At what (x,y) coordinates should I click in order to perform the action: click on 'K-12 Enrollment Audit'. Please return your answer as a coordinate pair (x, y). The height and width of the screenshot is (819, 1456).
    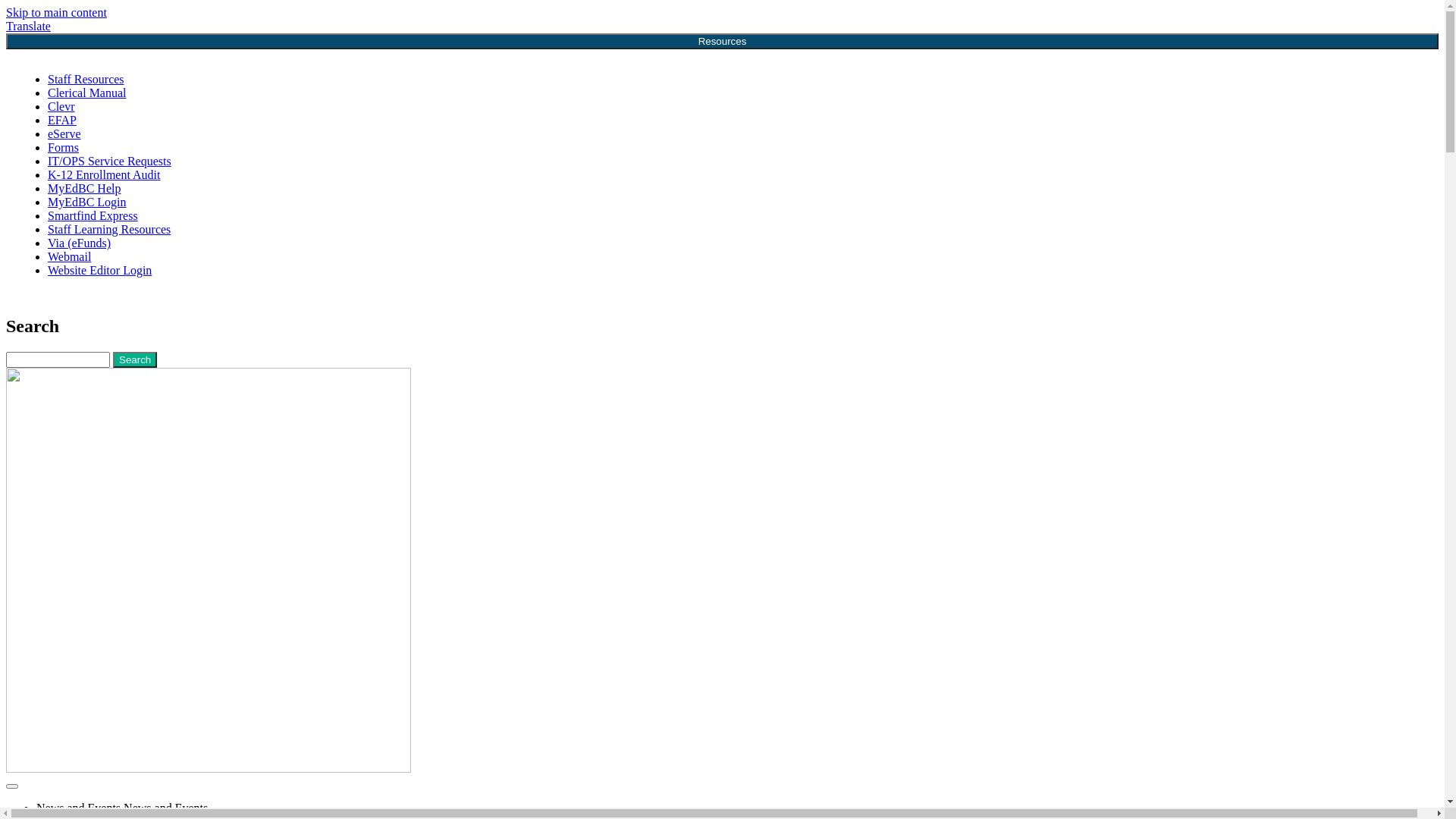
    Looking at the image, I should click on (47, 174).